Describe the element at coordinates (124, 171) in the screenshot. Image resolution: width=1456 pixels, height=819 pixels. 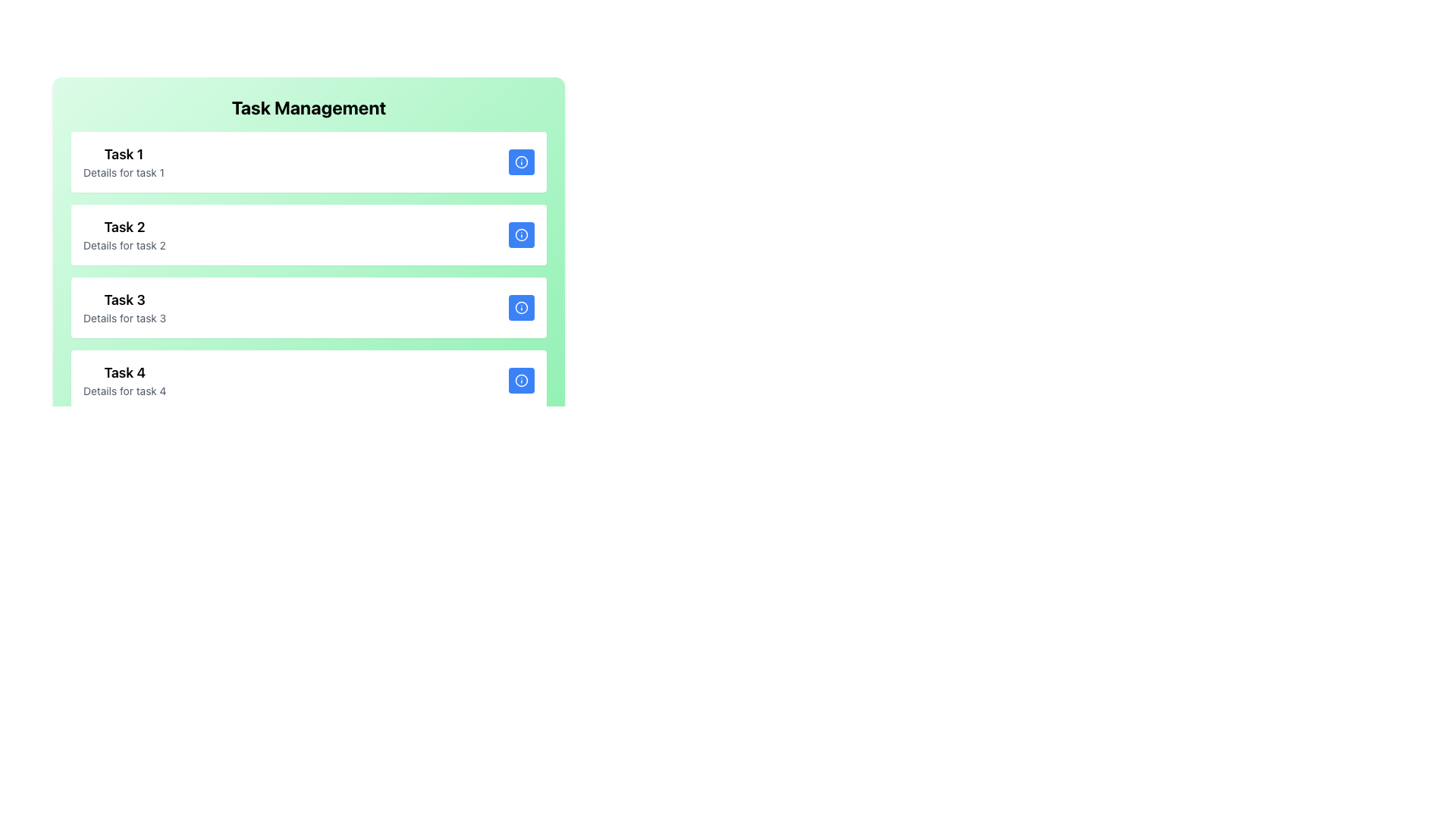
I see `the Text label that provides additional details for 'Task 1', positioned directly below the heading 'Task 1' in the upper-left quadrant of the application interface` at that location.